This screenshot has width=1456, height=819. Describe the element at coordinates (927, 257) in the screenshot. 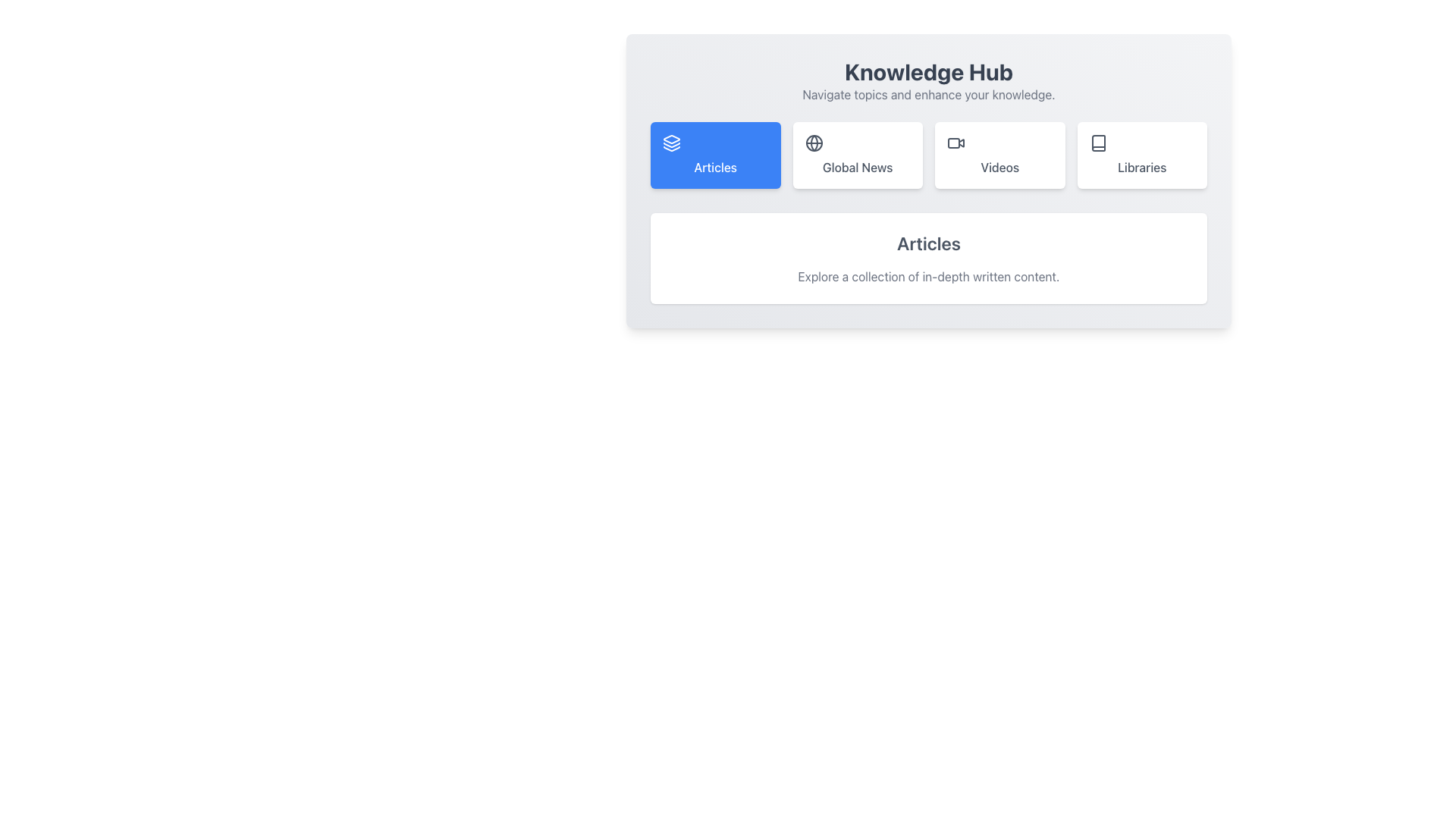

I see `the Informational panel with a white background and rounded corners that contains the text 'Articles' and 'Explore a collection of in-depth written content.'` at that location.